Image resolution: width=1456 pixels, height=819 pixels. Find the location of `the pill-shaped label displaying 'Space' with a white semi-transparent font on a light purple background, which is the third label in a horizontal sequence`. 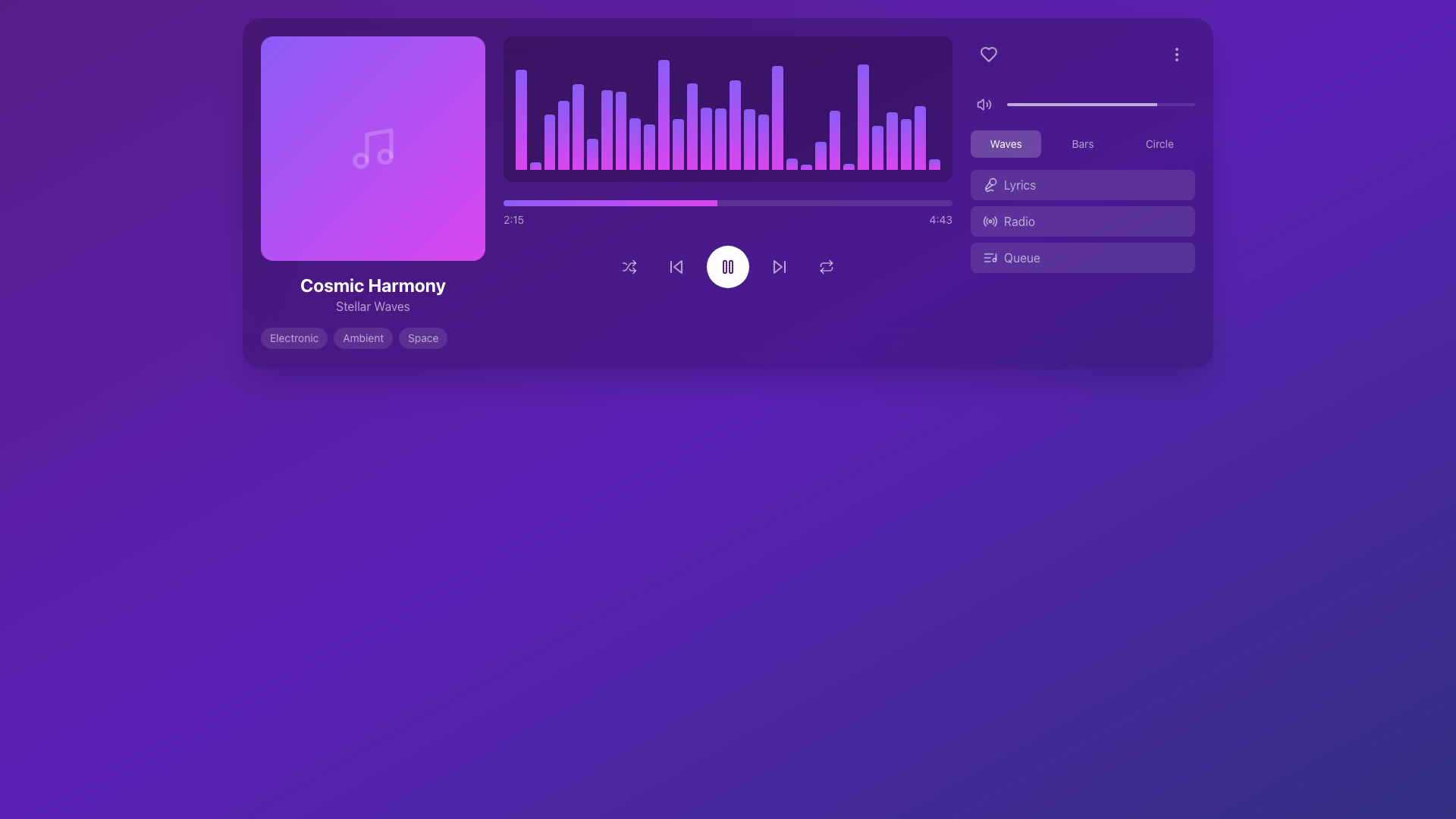

the pill-shaped label displaying 'Space' with a white semi-transparent font on a light purple background, which is the third label in a horizontal sequence is located at coordinates (423, 337).